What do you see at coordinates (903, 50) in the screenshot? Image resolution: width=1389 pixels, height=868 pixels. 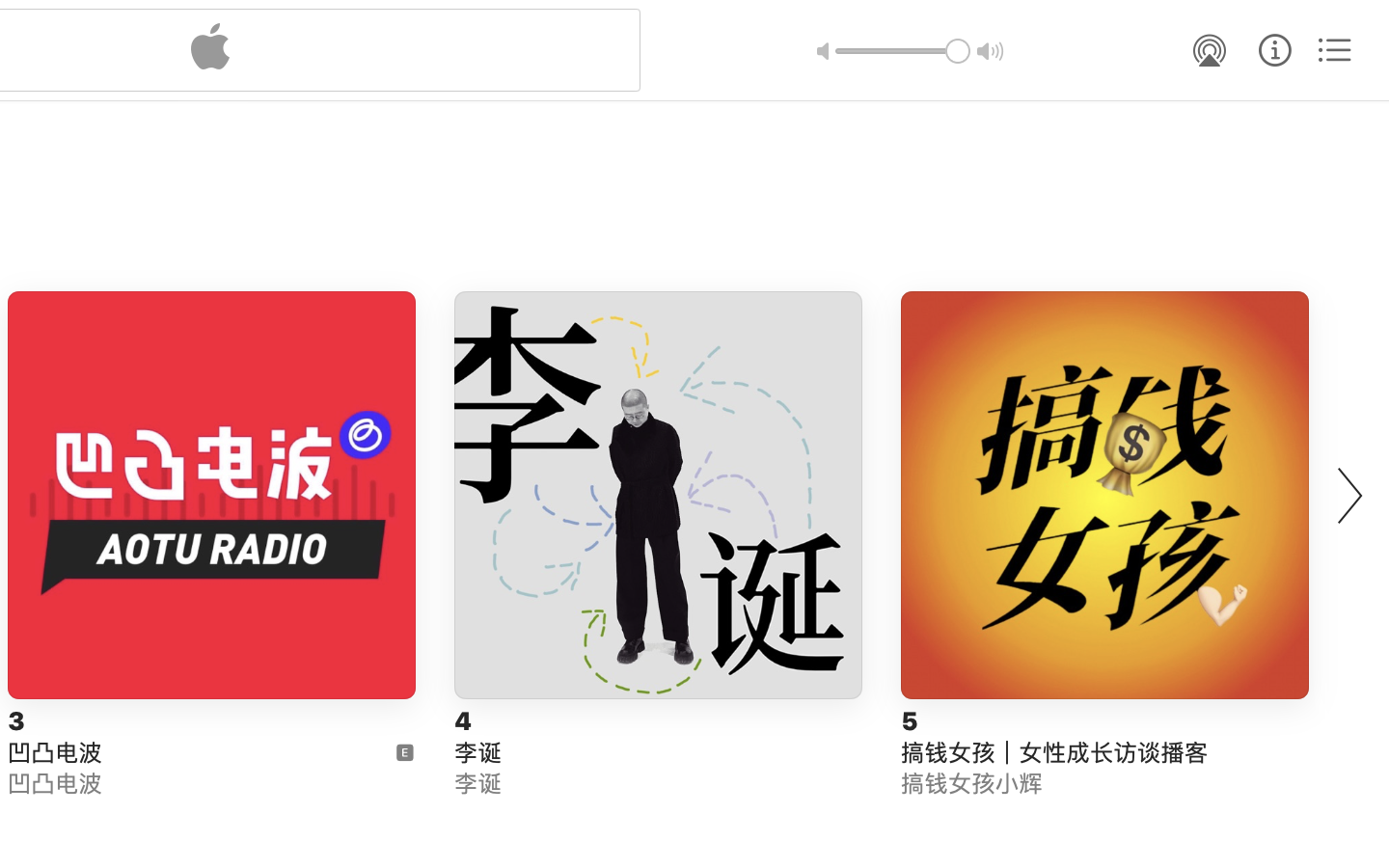 I see `'1.0'` at bounding box center [903, 50].